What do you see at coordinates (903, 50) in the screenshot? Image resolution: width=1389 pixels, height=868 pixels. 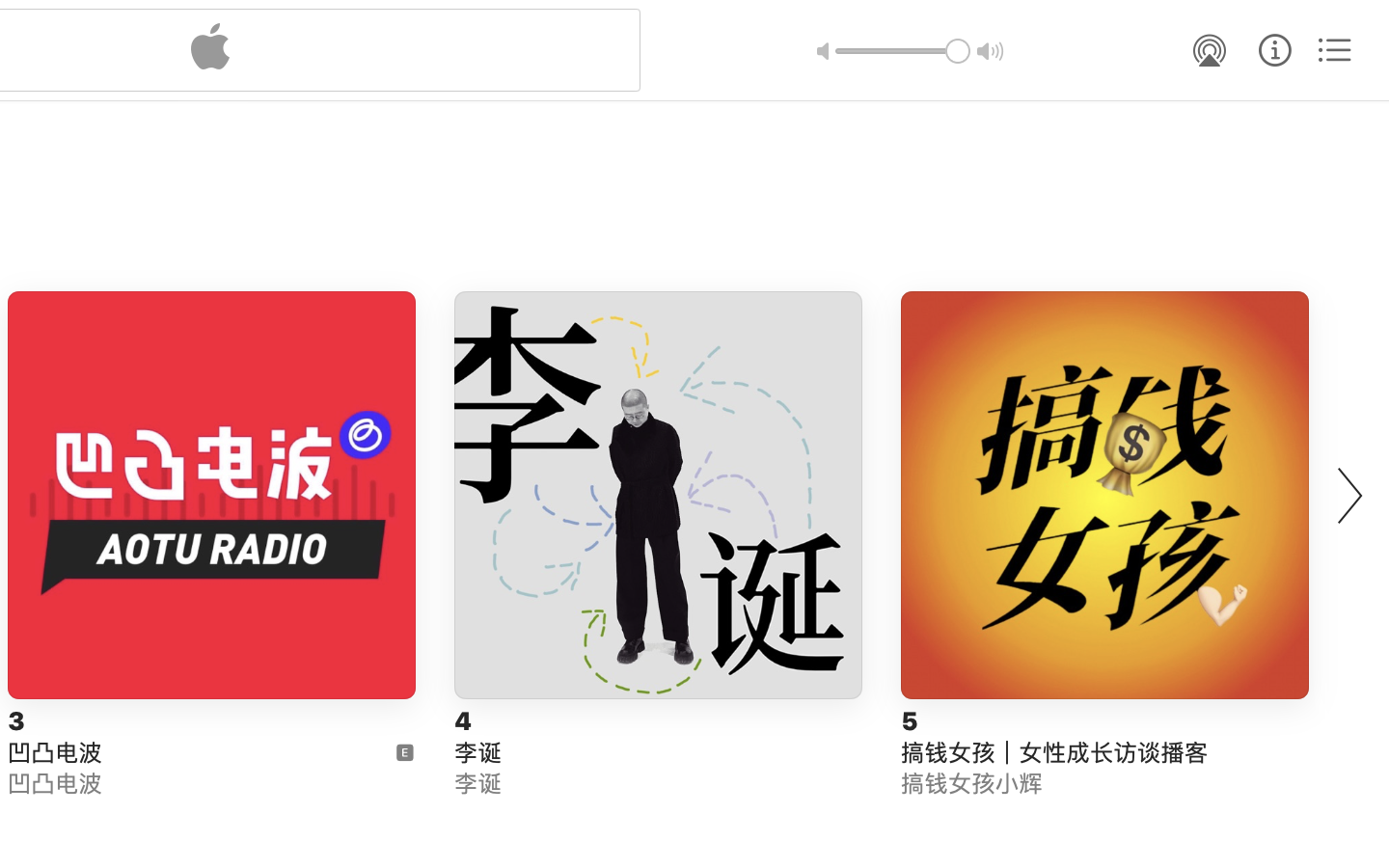 I see `'1.0'` at bounding box center [903, 50].